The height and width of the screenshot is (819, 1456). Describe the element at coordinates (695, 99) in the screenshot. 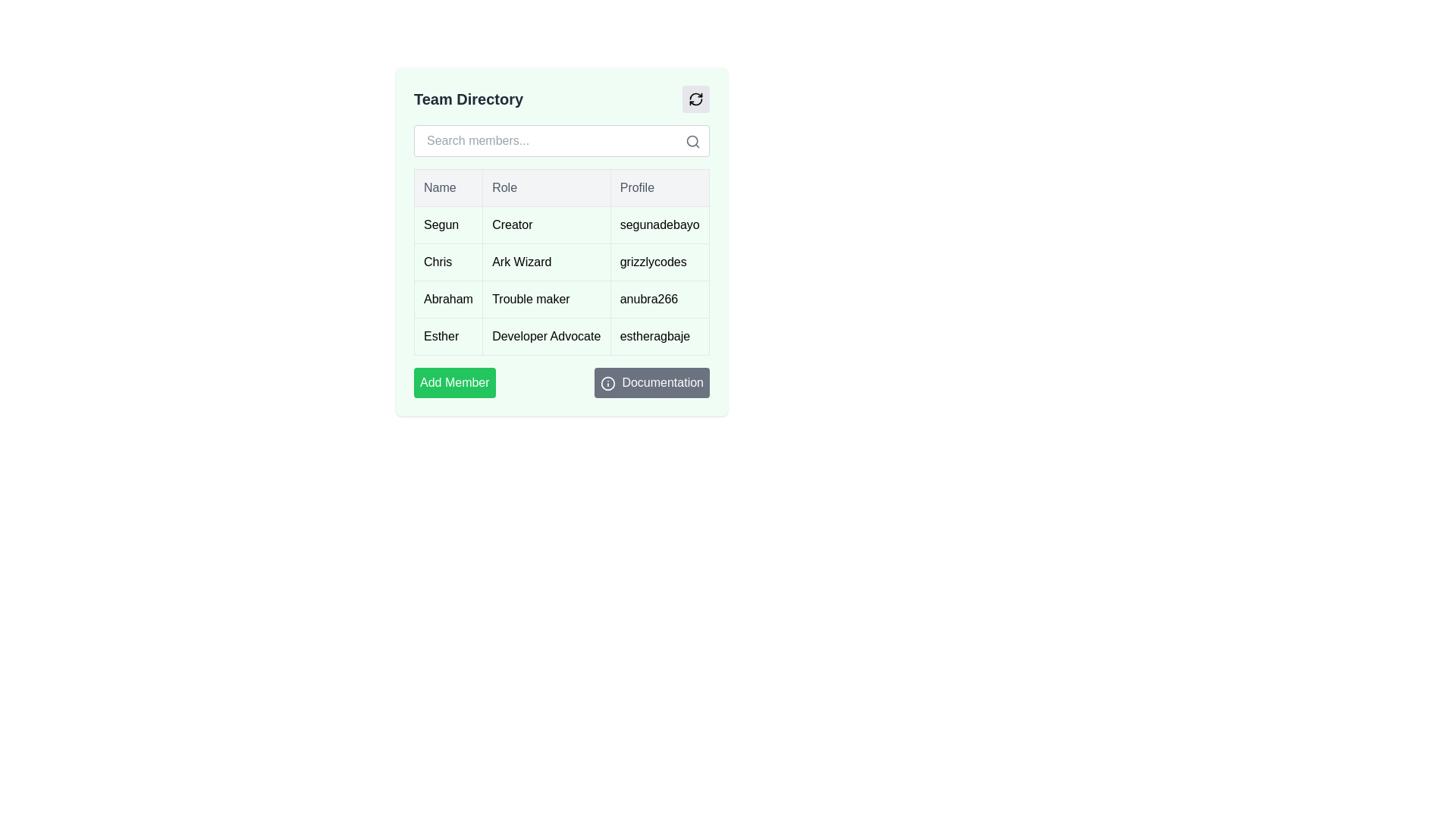

I see `the circular refresh button located in the top-right corner of the 'Team Directory' section` at that location.